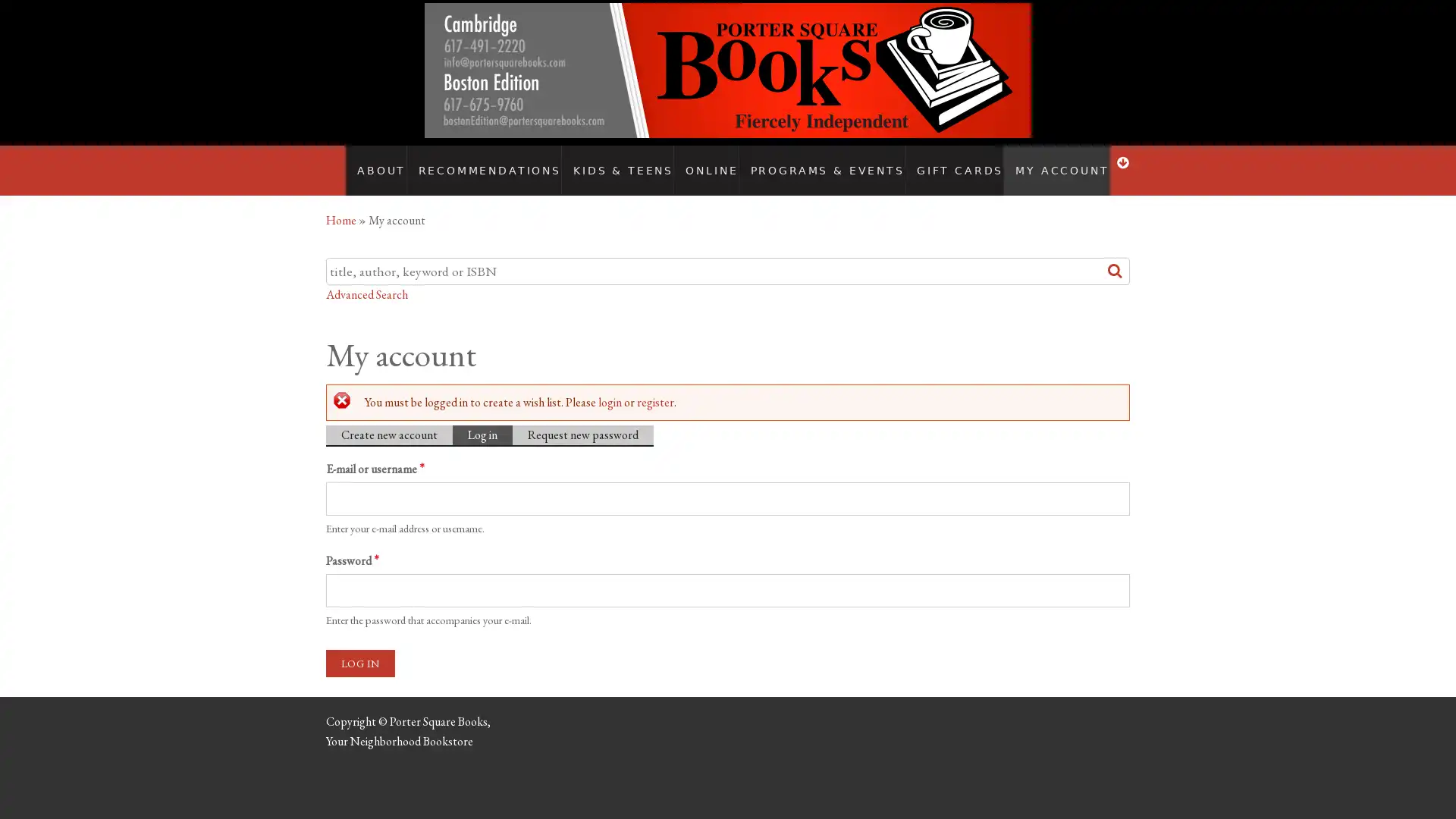  What do you see at coordinates (1115, 256) in the screenshot?
I see `Search` at bounding box center [1115, 256].